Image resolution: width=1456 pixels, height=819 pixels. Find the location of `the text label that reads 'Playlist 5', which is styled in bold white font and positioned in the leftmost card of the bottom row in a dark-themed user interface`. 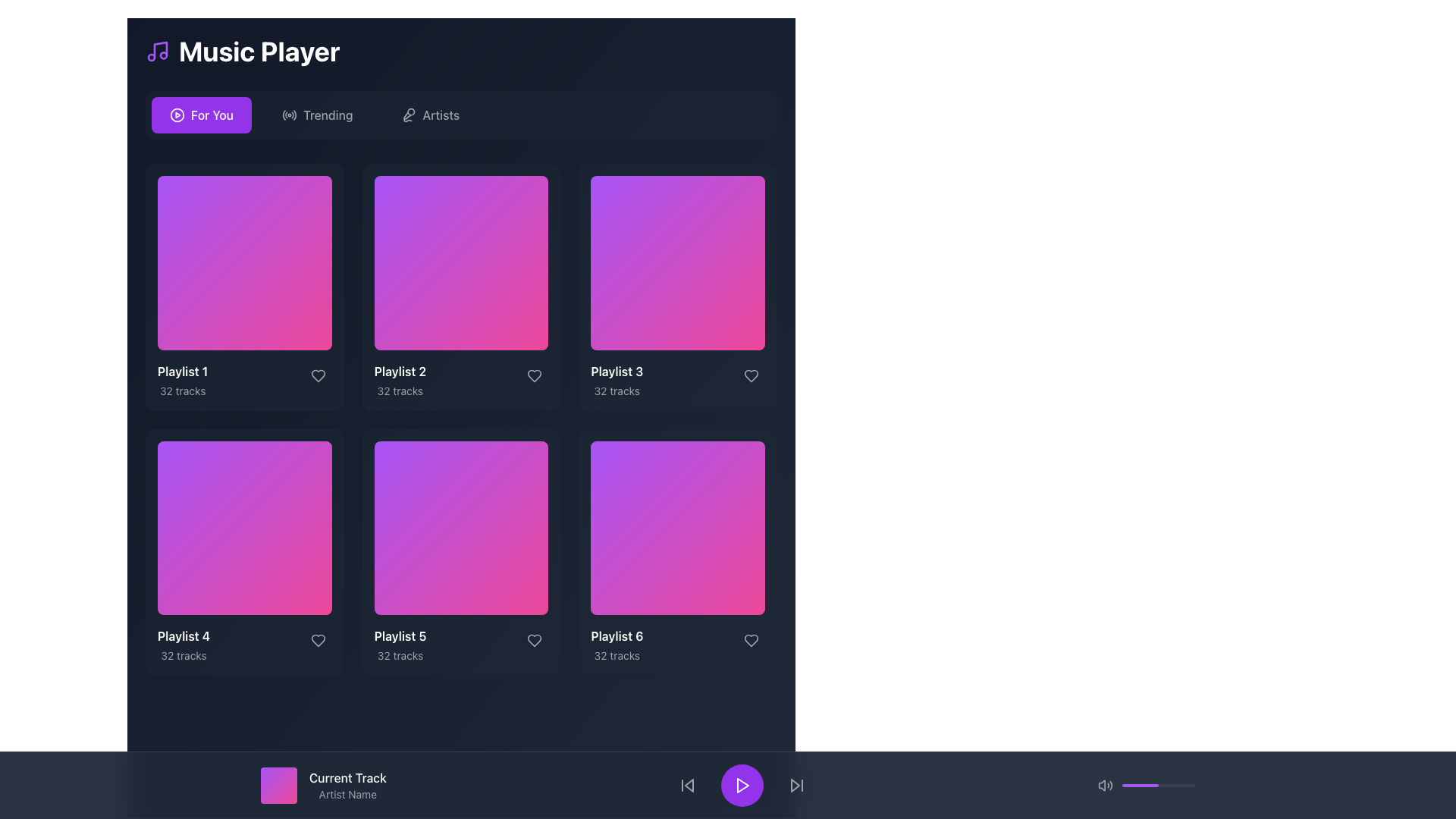

the text label that reads 'Playlist 5', which is styled in bold white font and positioned in the leftmost card of the bottom row in a dark-themed user interface is located at coordinates (400, 636).